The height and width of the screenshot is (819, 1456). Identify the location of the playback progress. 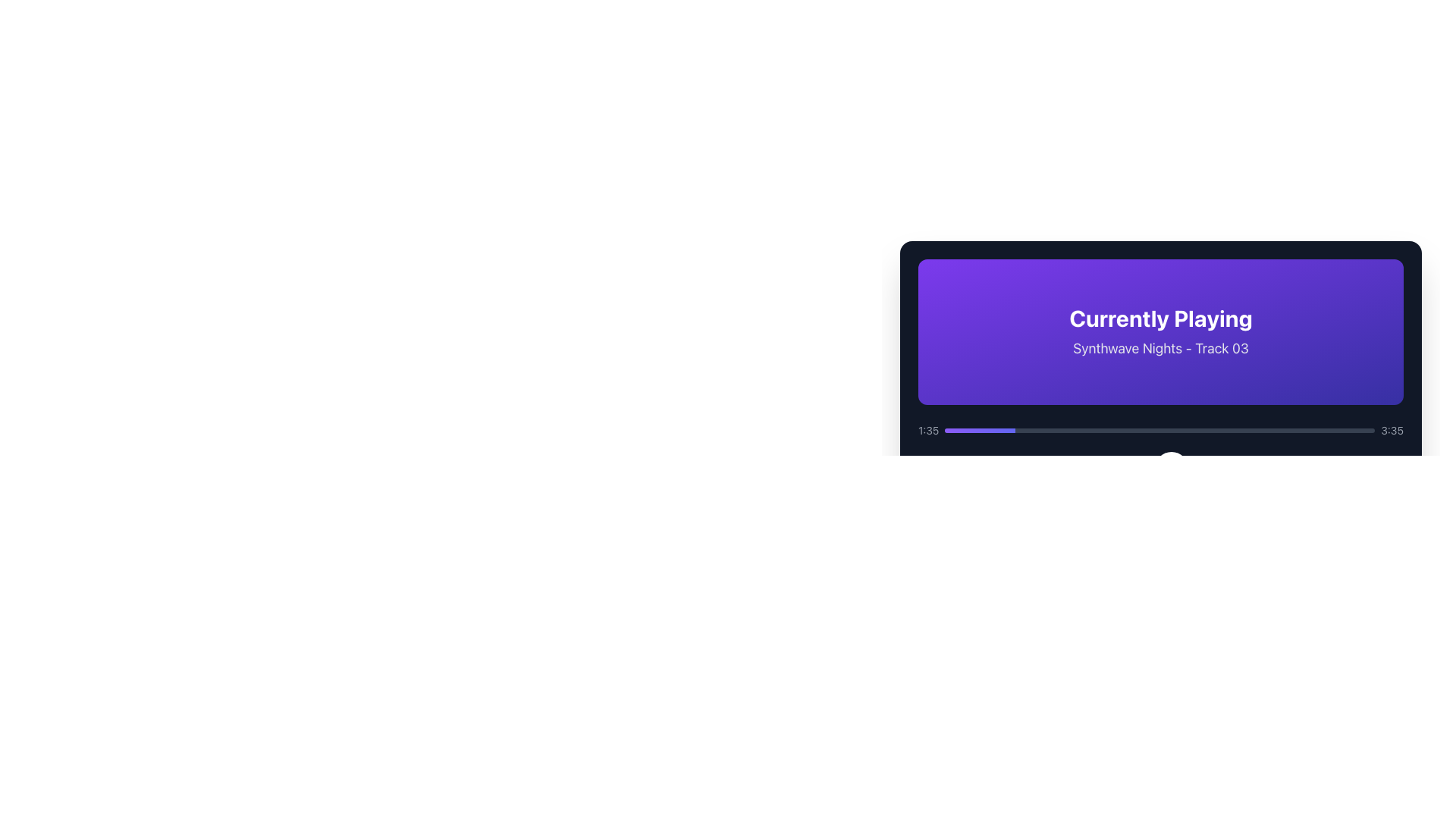
(1360, 430).